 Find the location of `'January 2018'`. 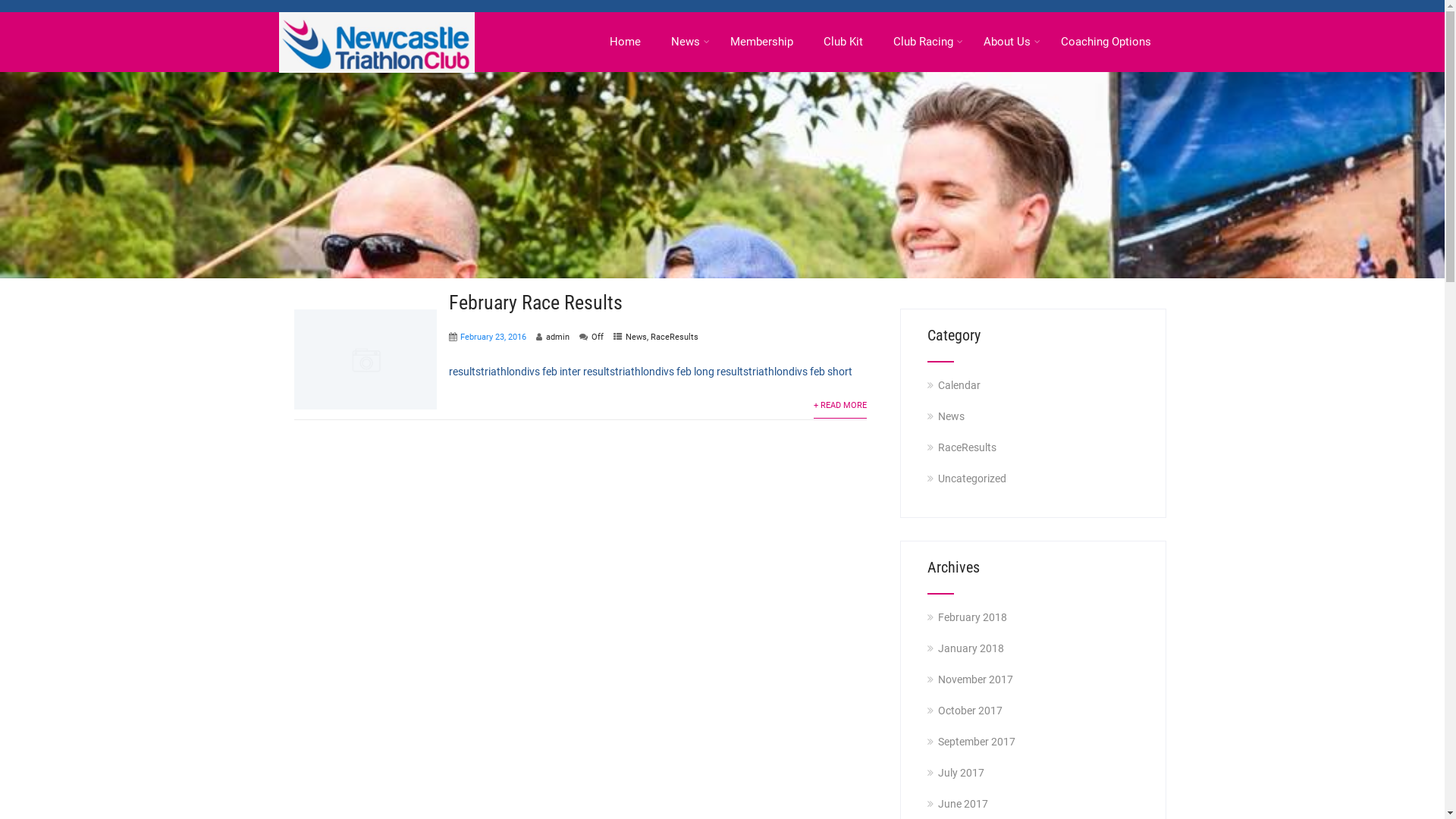

'January 2018' is located at coordinates (971, 648).